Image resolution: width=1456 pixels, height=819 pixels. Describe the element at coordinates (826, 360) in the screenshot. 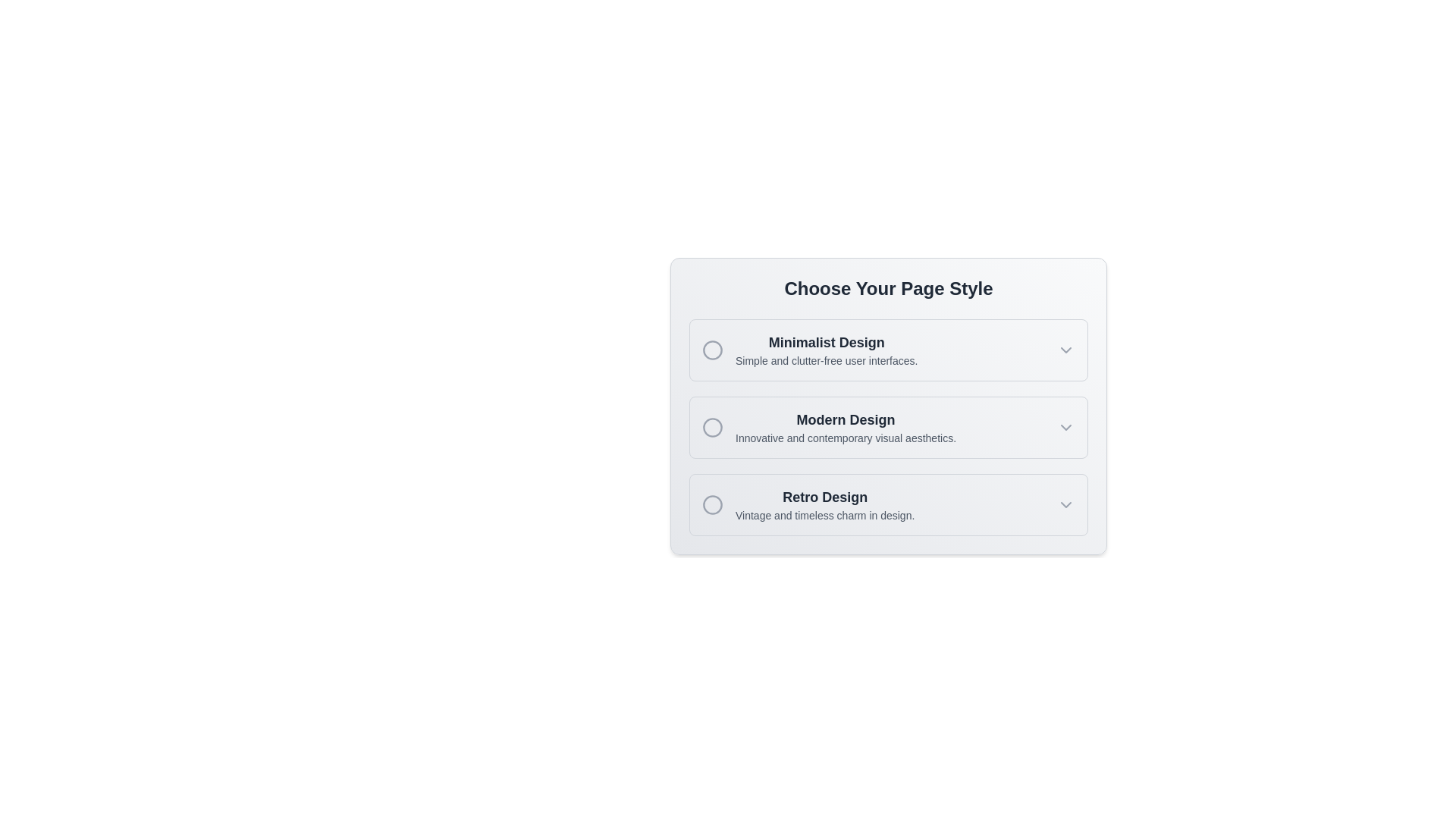

I see `the text label displaying 'Simple and clutter-free user interfaces.' located below the heading 'Minimalist Design.'` at that location.